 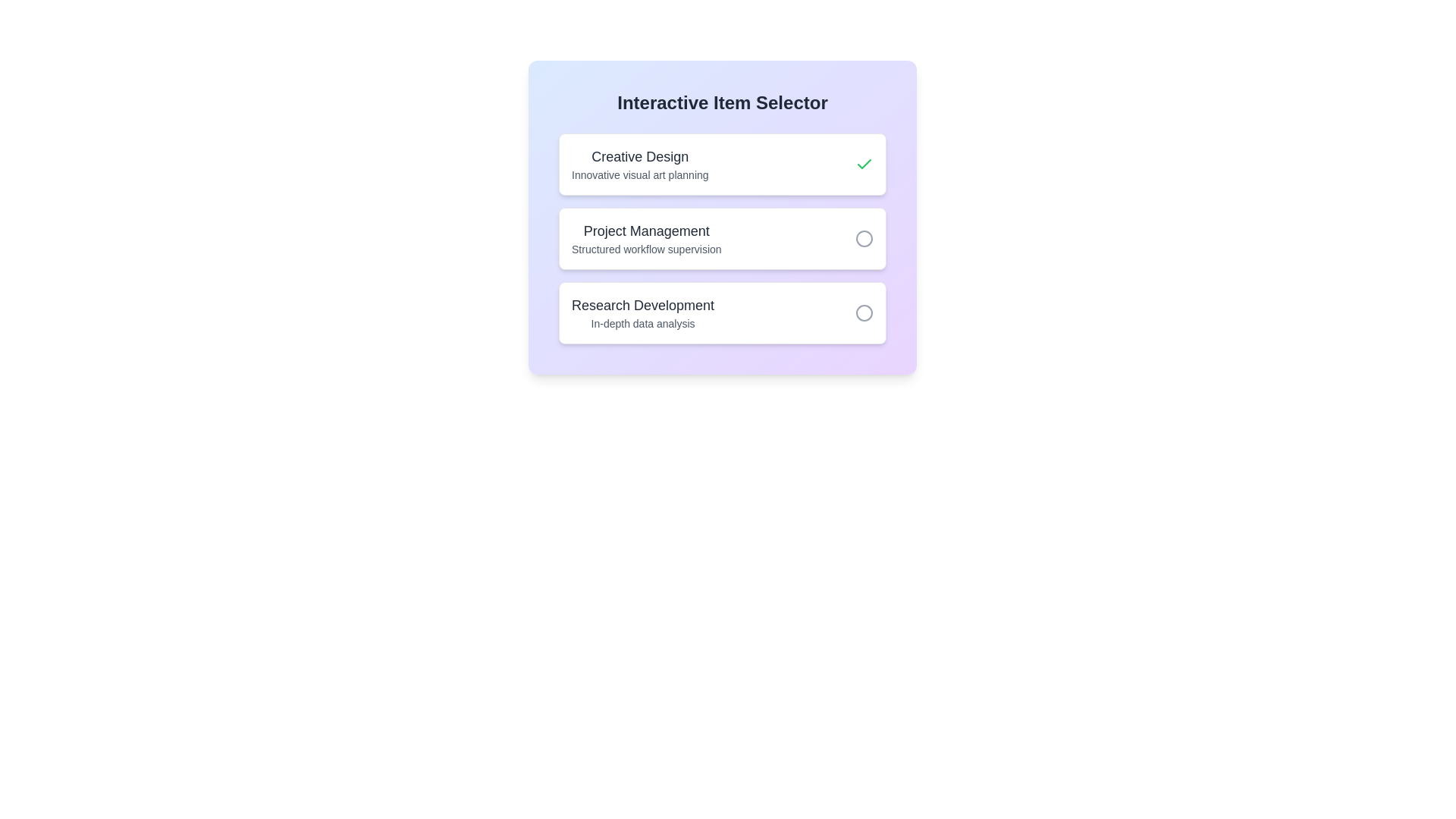 What do you see at coordinates (722, 102) in the screenshot?
I see `the header text to focus on it` at bounding box center [722, 102].